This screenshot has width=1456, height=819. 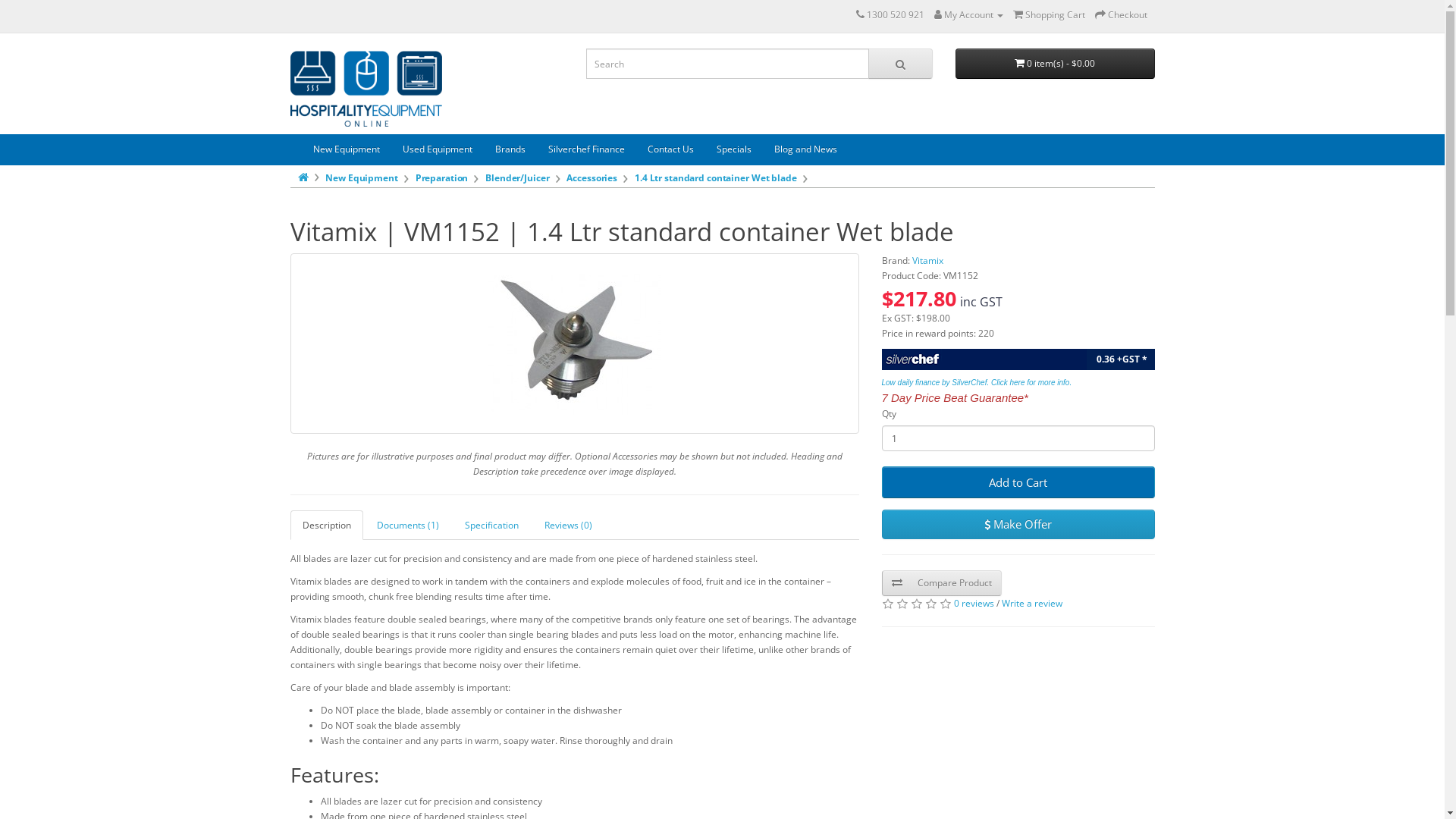 I want to click on '1.4 Ltr standard container Wet blade', so click(x=573, y=343).